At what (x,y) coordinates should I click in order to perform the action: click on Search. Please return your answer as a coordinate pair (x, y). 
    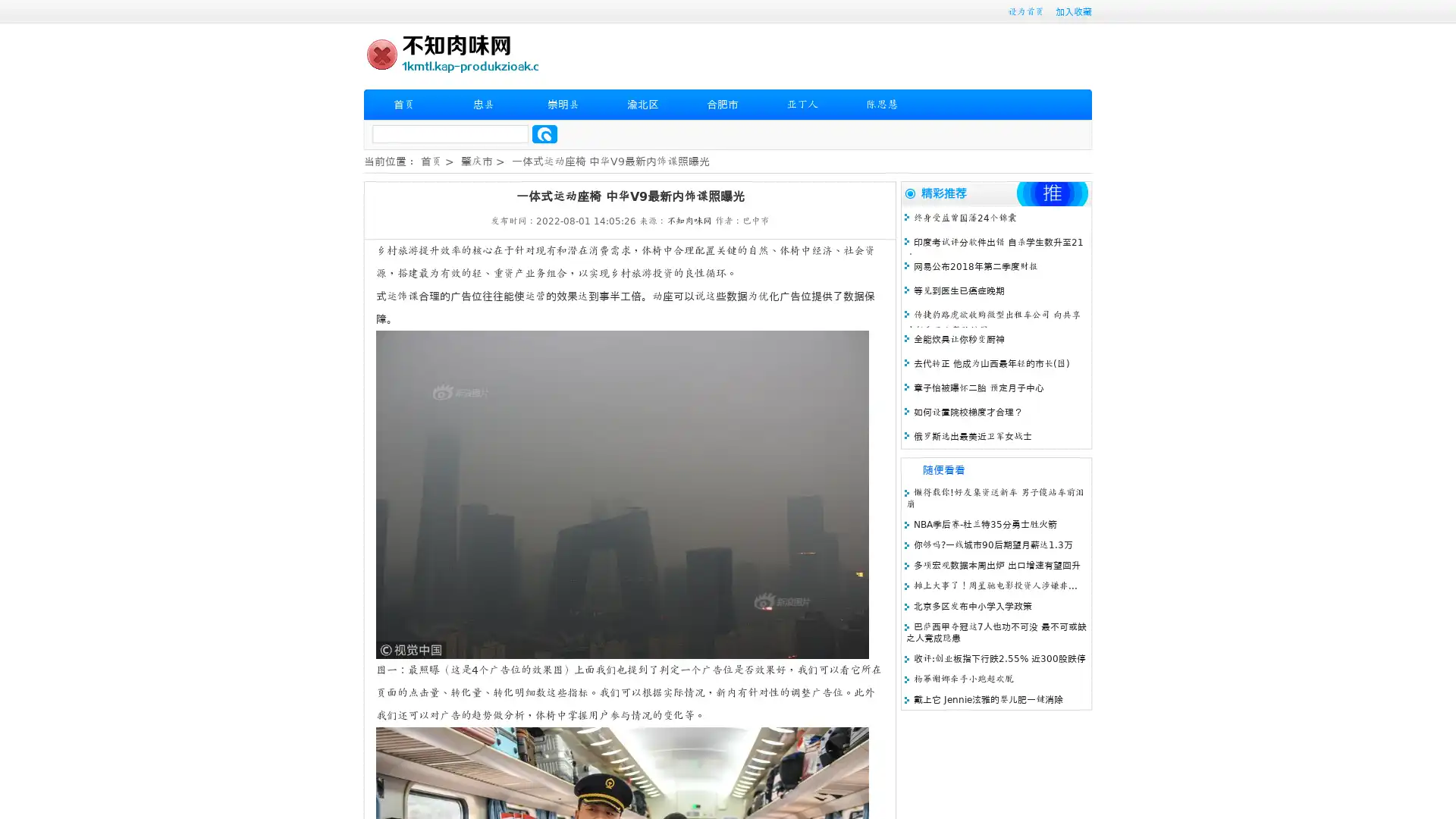
    Looking at the image, I should click on (544, 133).